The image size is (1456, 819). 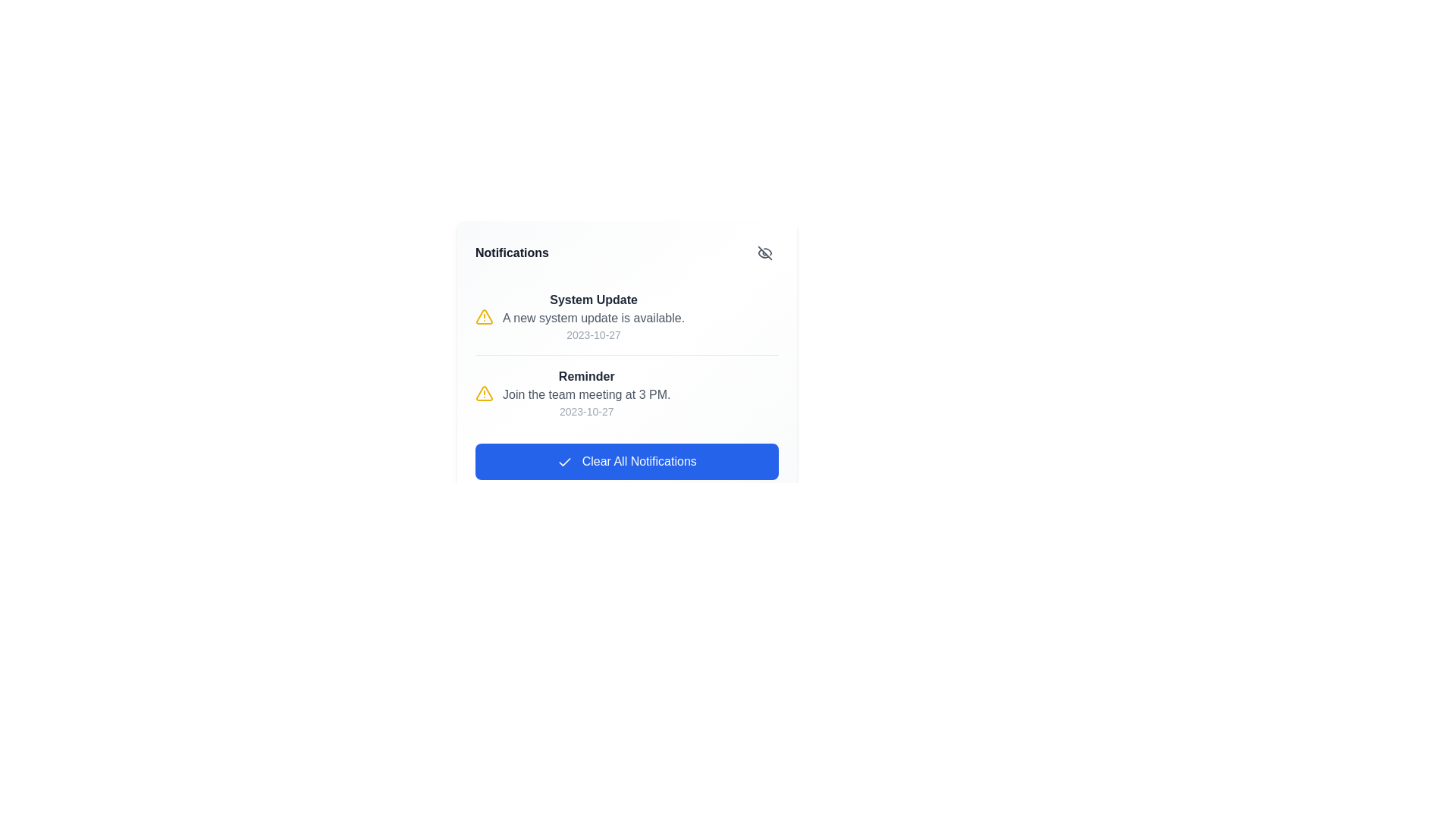 I want to click on the warning icon located to the left of the 'System Update' text in the notification row, which serves to indicate a warning or important notice to the user, so click(x=483, y=315).